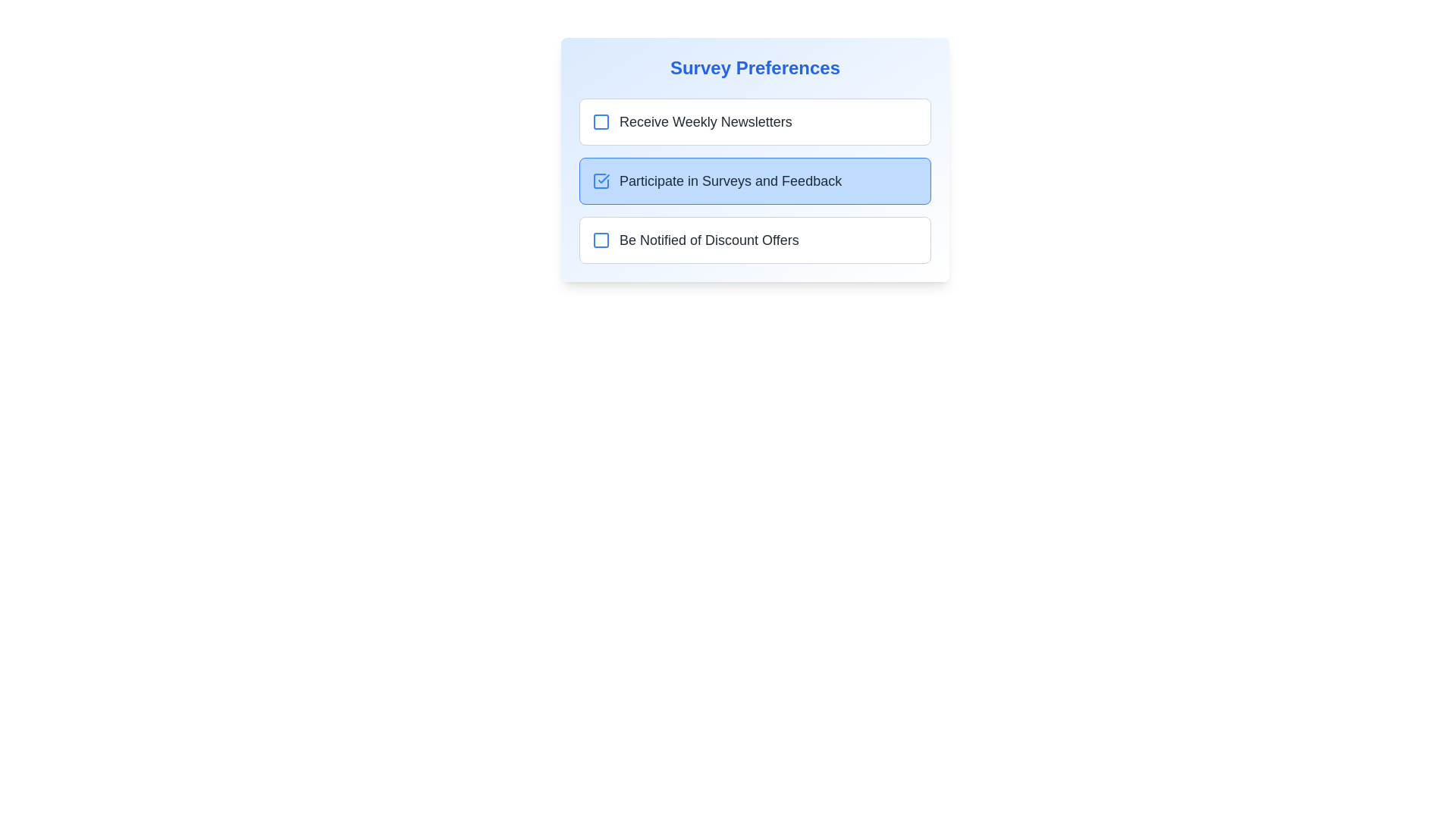 Image resolution: width=1456 pixels, height=819 pixels. I want to click on the checkbox located to the left of the text 'Be Notified of Discount Offers', so click(600, 239).